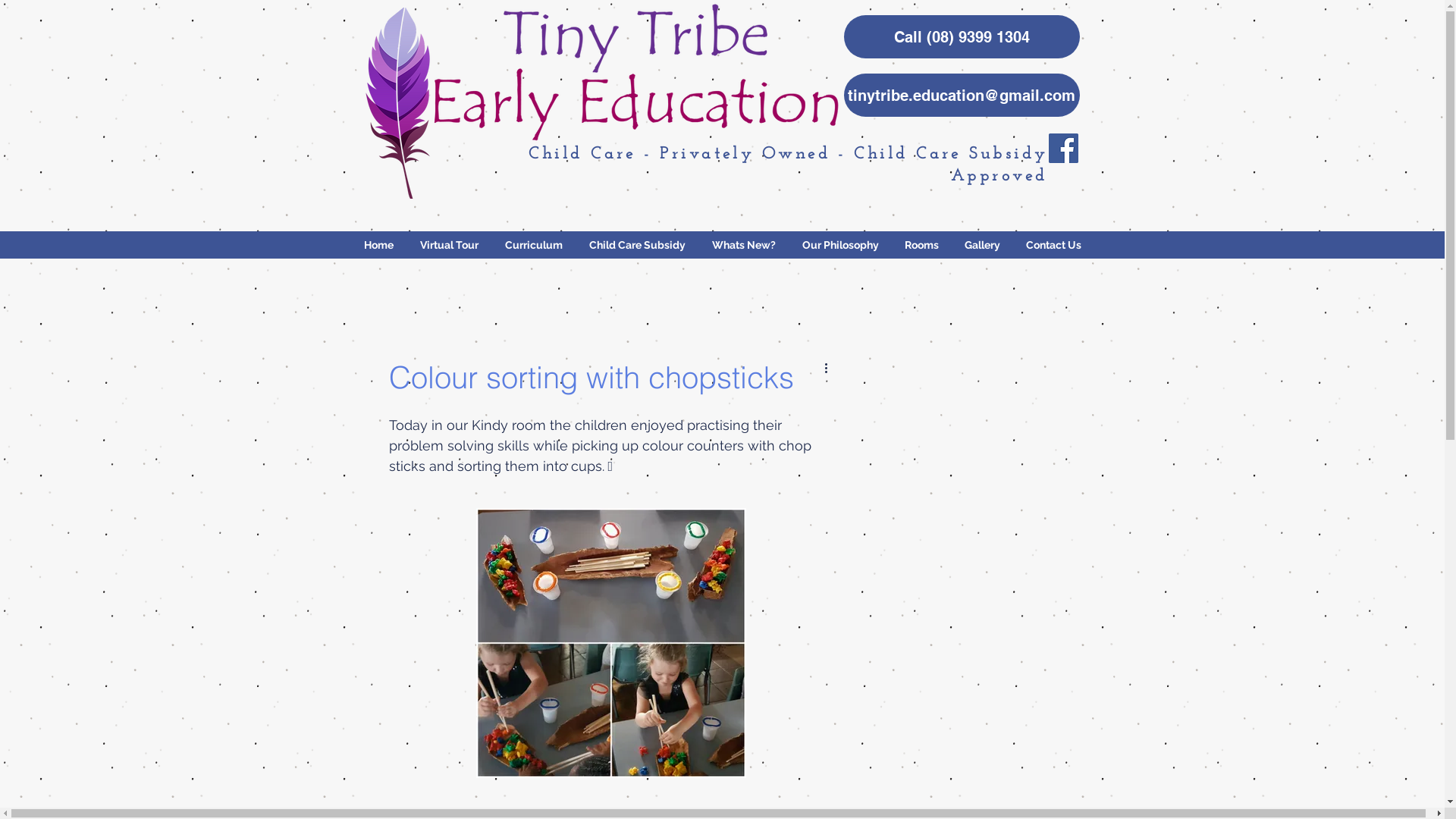  Describe the element at coordinates (406, 244) in the screenshot. I see `'Virtual Tour'` at that location.